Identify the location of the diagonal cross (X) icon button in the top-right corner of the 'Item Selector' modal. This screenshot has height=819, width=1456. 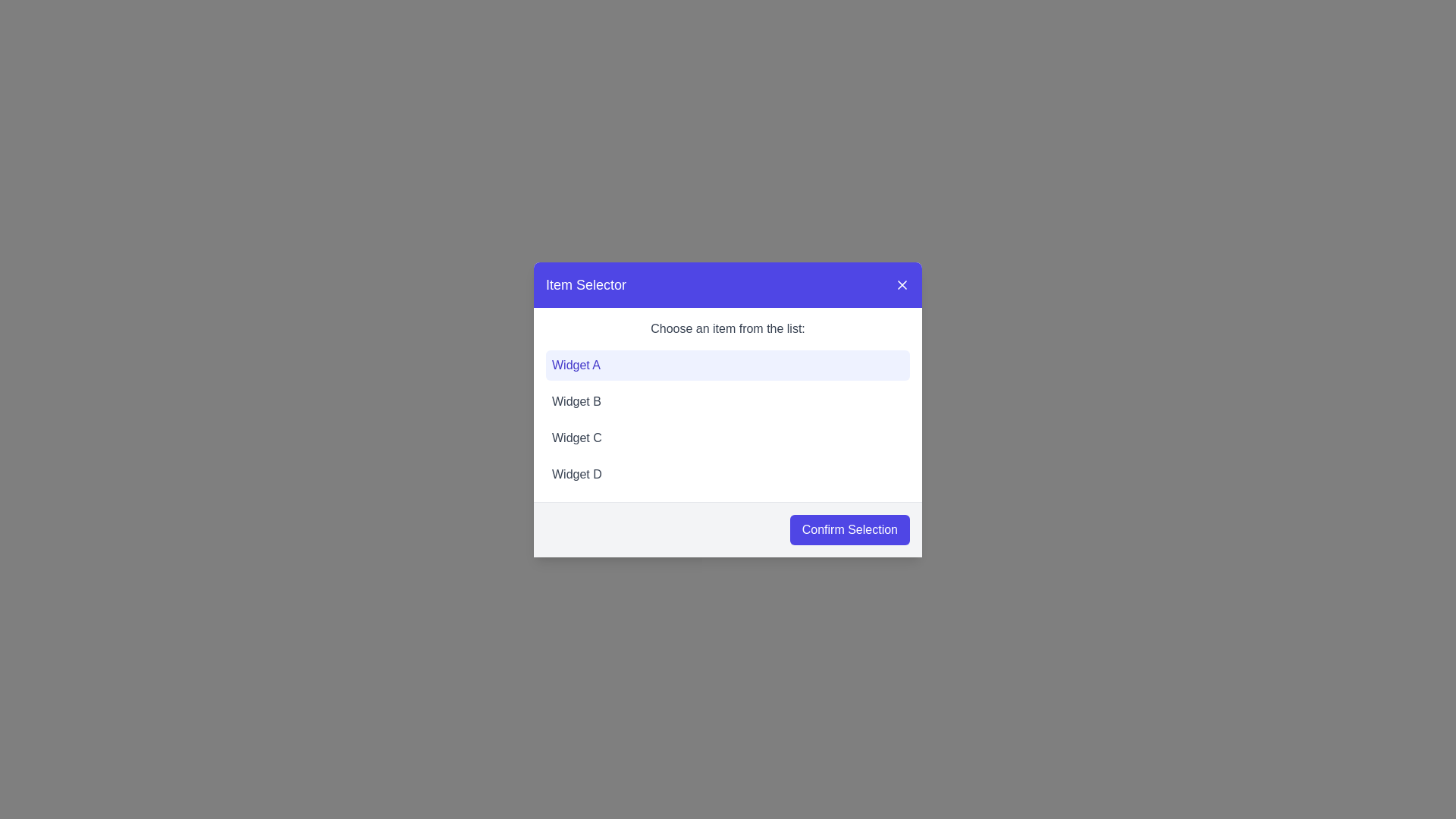
(902, 284).